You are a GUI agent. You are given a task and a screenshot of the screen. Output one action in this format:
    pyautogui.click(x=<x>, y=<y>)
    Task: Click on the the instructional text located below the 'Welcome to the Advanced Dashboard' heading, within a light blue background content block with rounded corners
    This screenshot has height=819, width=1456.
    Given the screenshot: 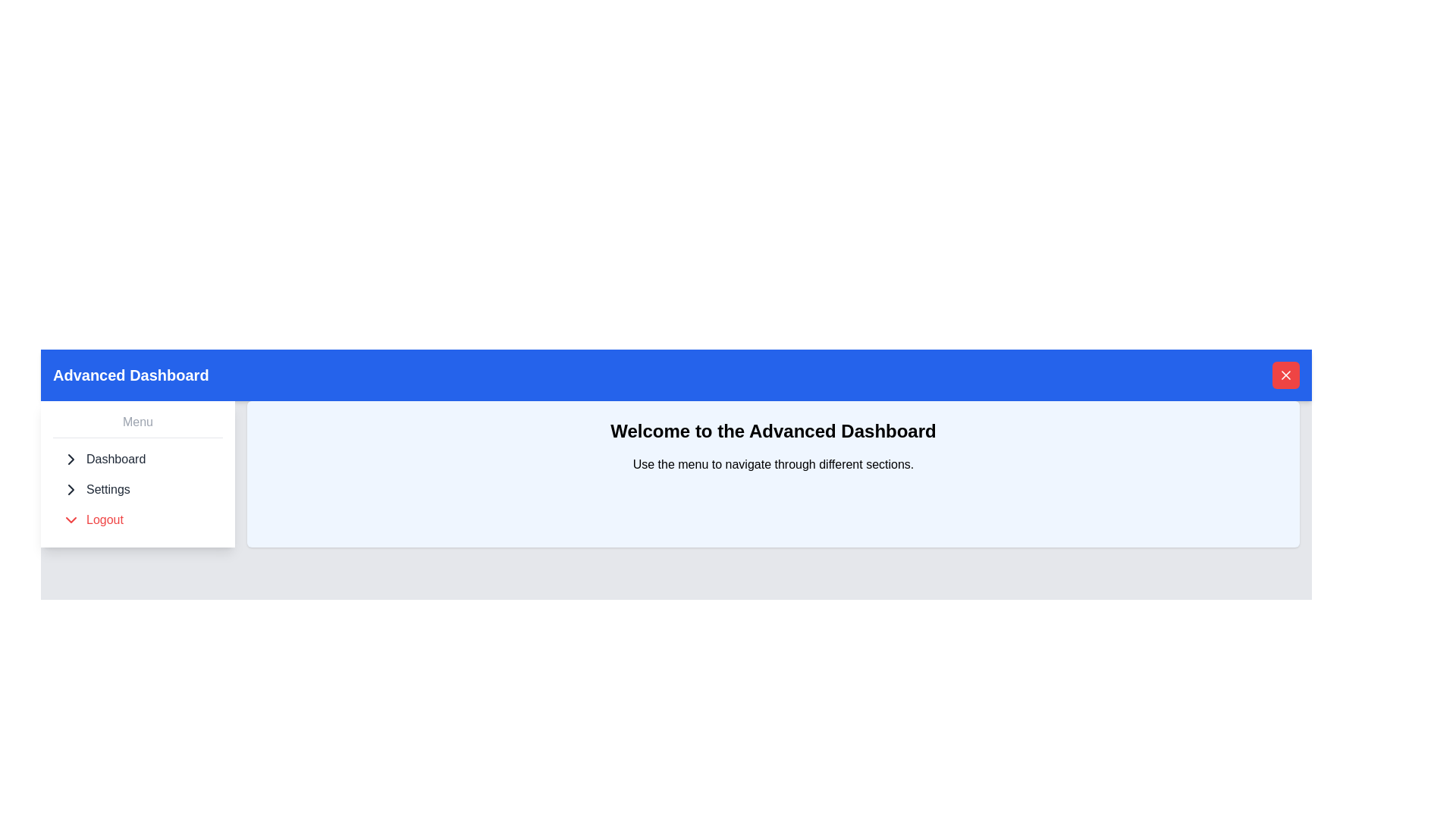 What is the action you would take?
    pyautogui.click(x=773, y=464)
    